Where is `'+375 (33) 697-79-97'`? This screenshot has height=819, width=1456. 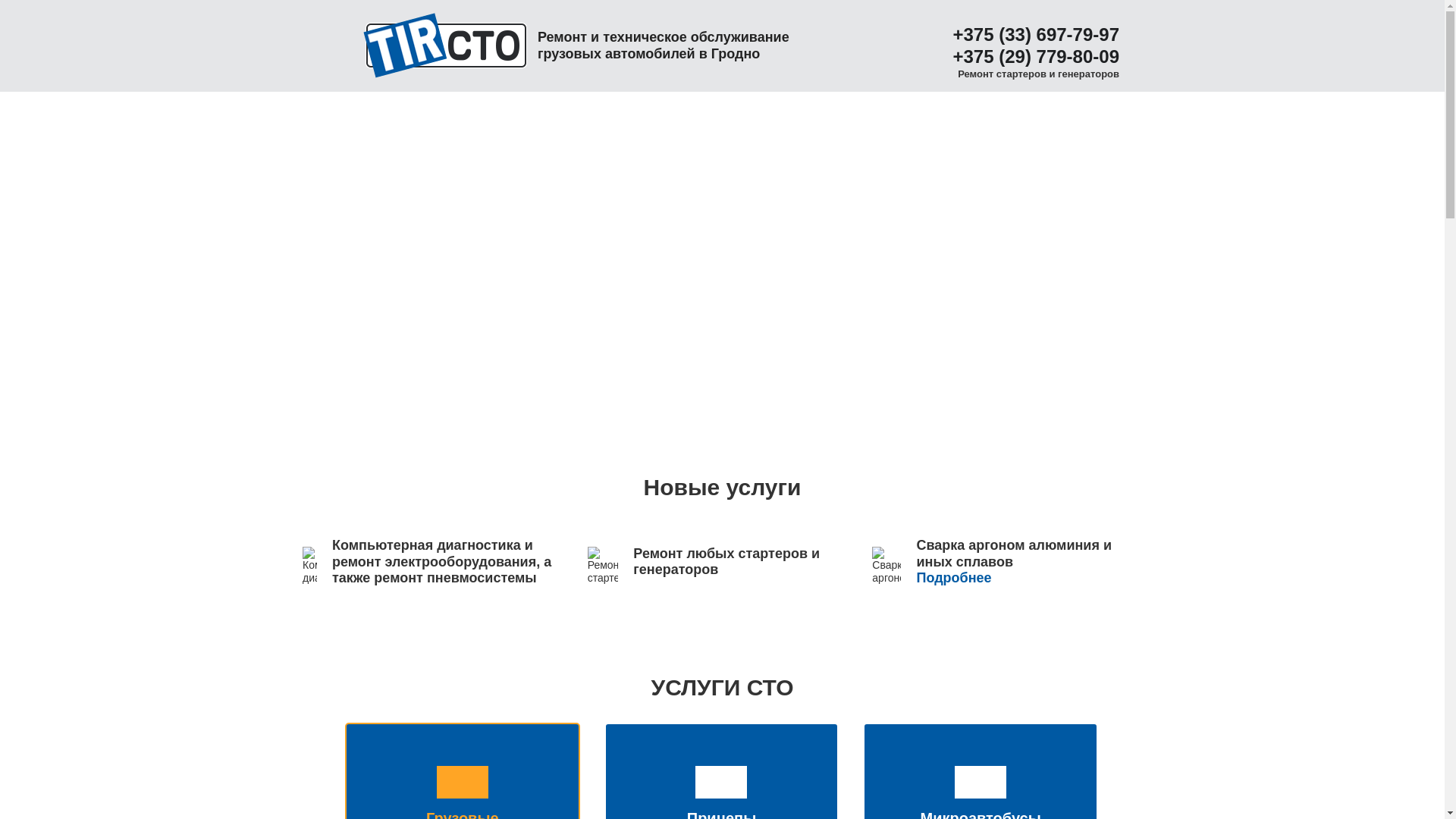
'+375 (33) 697-79-97' is located at coordinates (1031, 34).